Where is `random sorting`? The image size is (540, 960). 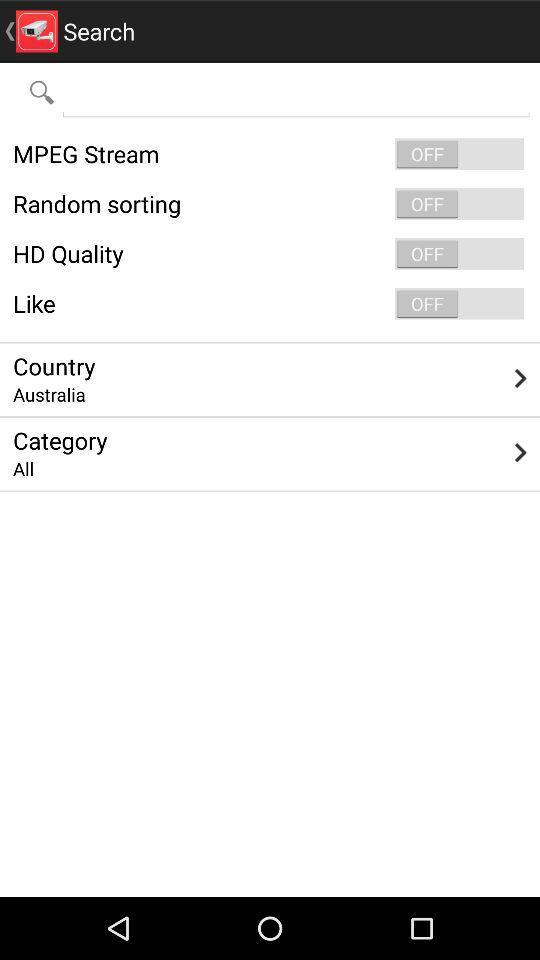
random sorting is located at coordinates (270, 204).